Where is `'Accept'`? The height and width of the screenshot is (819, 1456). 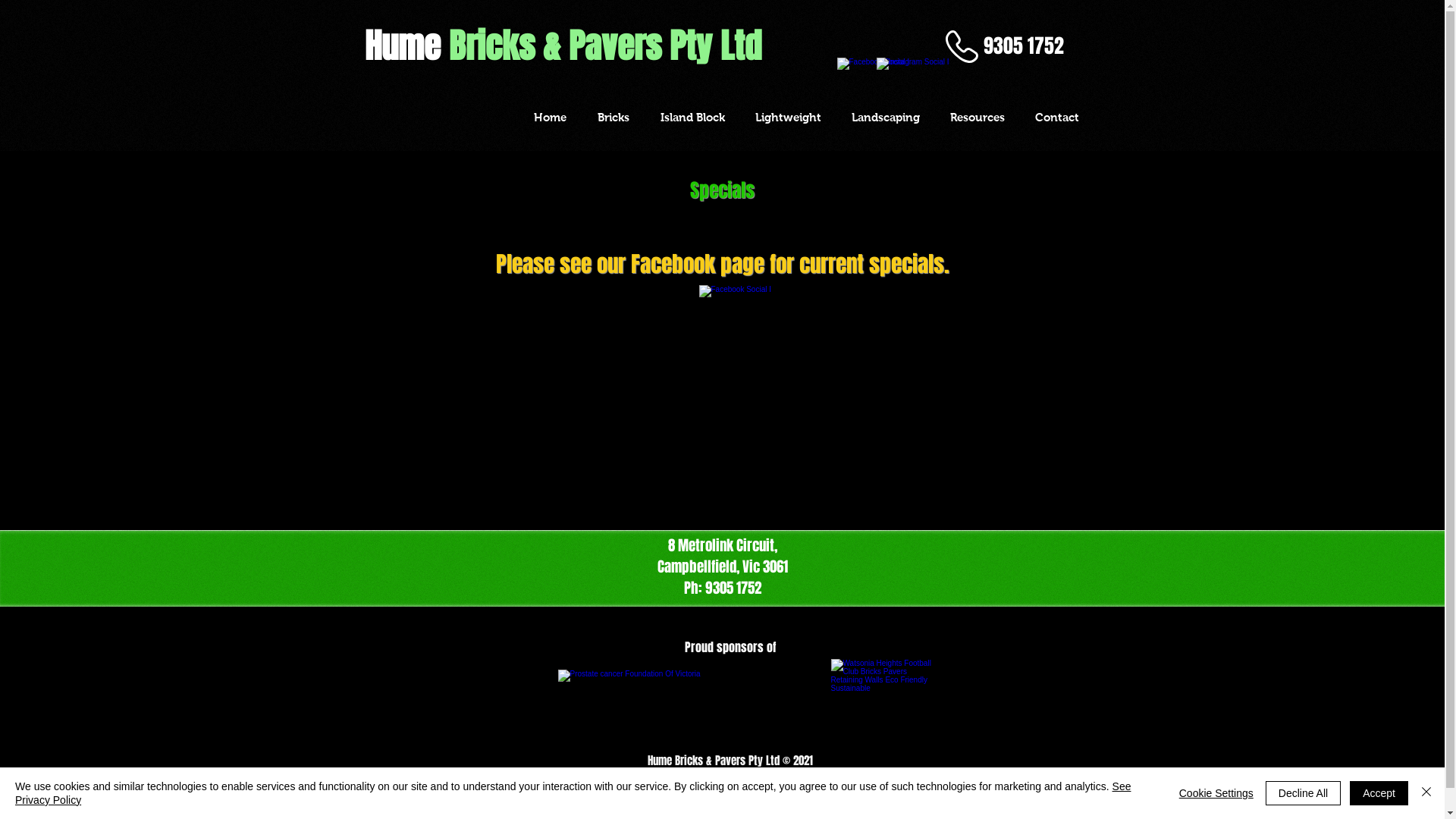
'Accept' is located at coordinates (1379, 792).